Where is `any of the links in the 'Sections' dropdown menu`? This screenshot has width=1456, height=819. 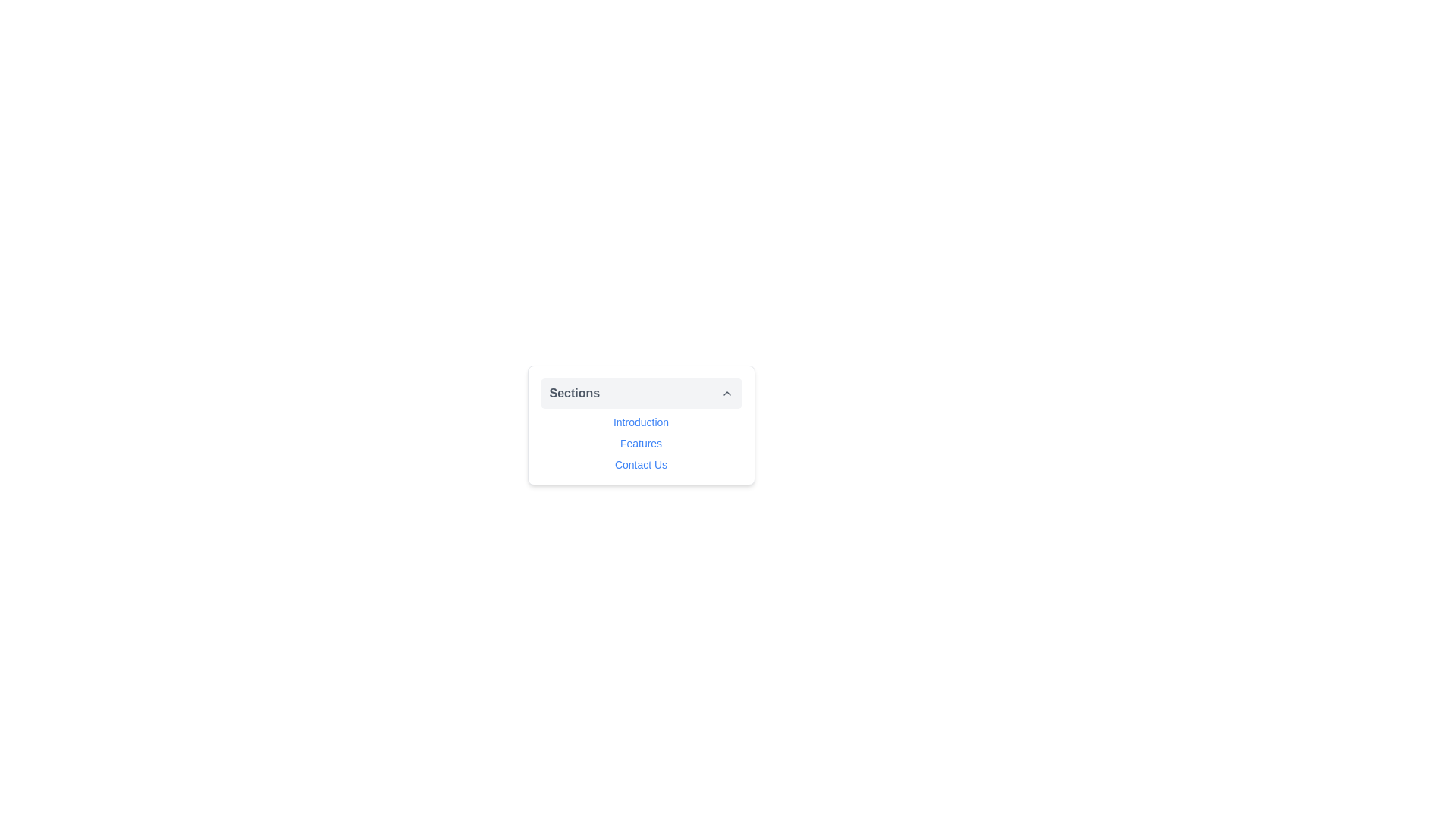 any of the links in the 'Sections' dropdown menu is located at coordinates (641, 425).